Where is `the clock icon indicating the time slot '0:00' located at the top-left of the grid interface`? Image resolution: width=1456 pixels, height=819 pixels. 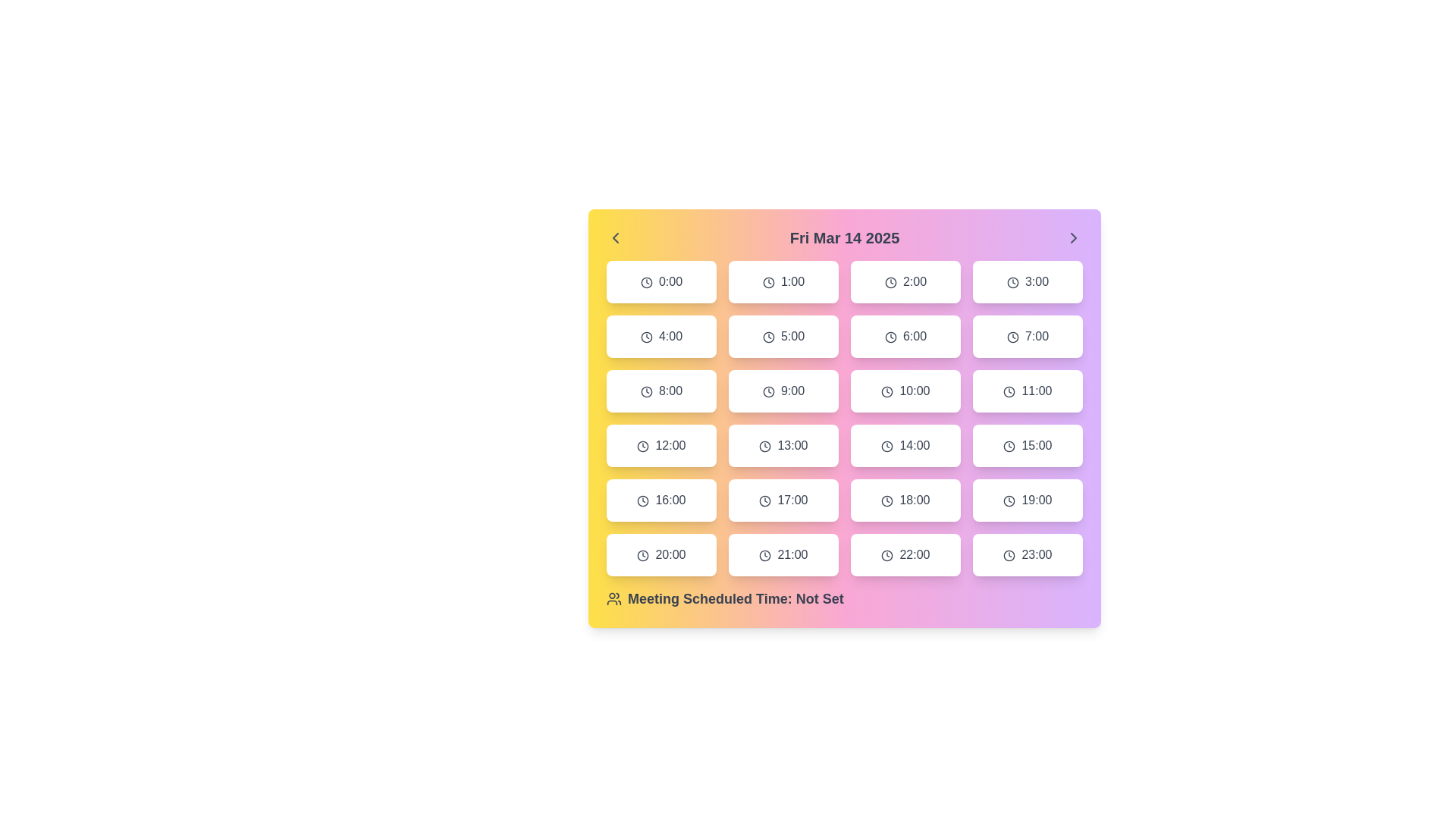 the clock icon indicating the time slot '0:00' located at the top-left of the grid interface is located at coordinates (646, 282).